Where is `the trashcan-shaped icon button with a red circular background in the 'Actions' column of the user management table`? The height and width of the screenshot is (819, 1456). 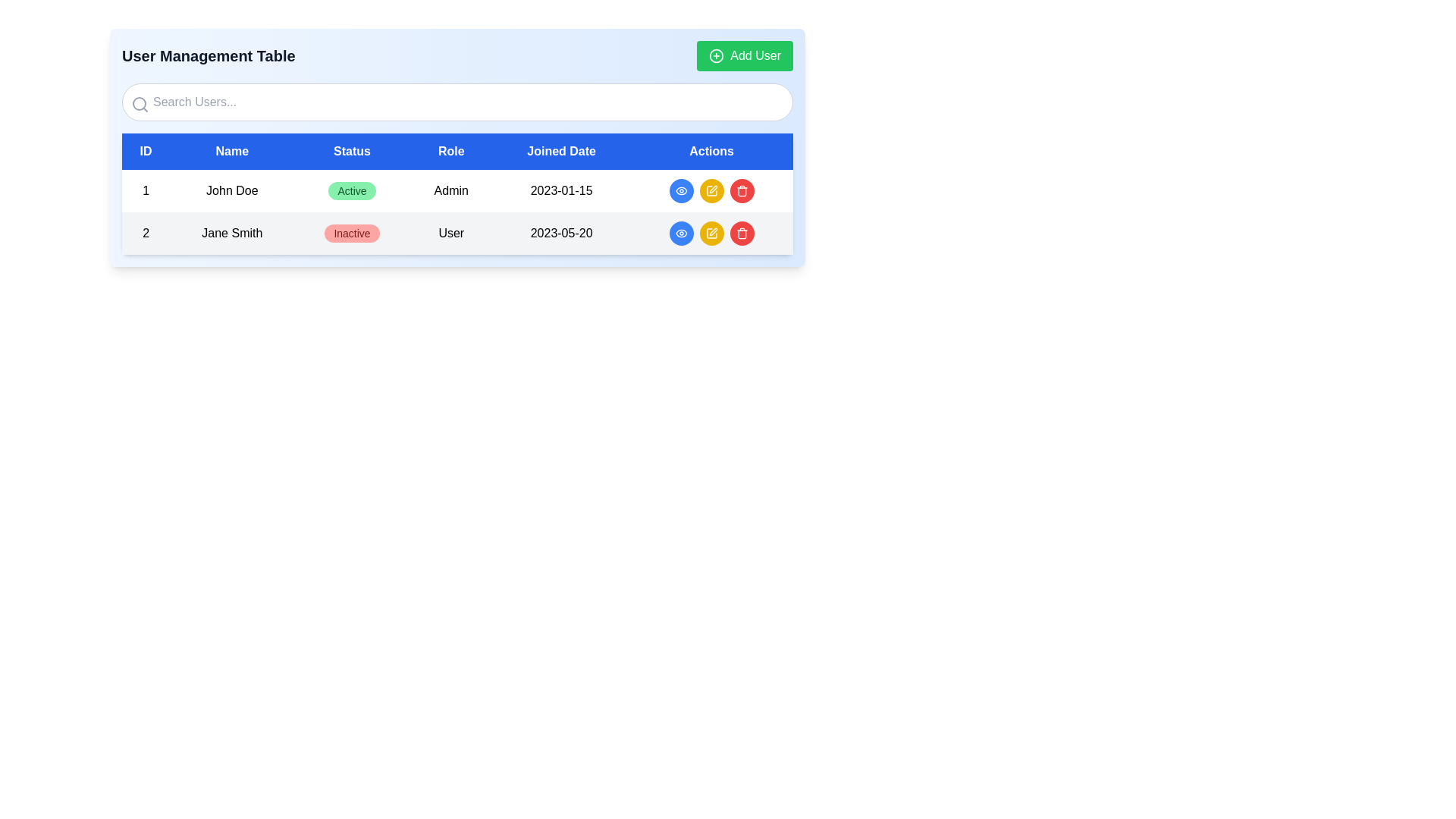
the trashcan-shaped icon button with a red circular background in the 'Actions' column of the user management table is located at coordinates (742, 234).